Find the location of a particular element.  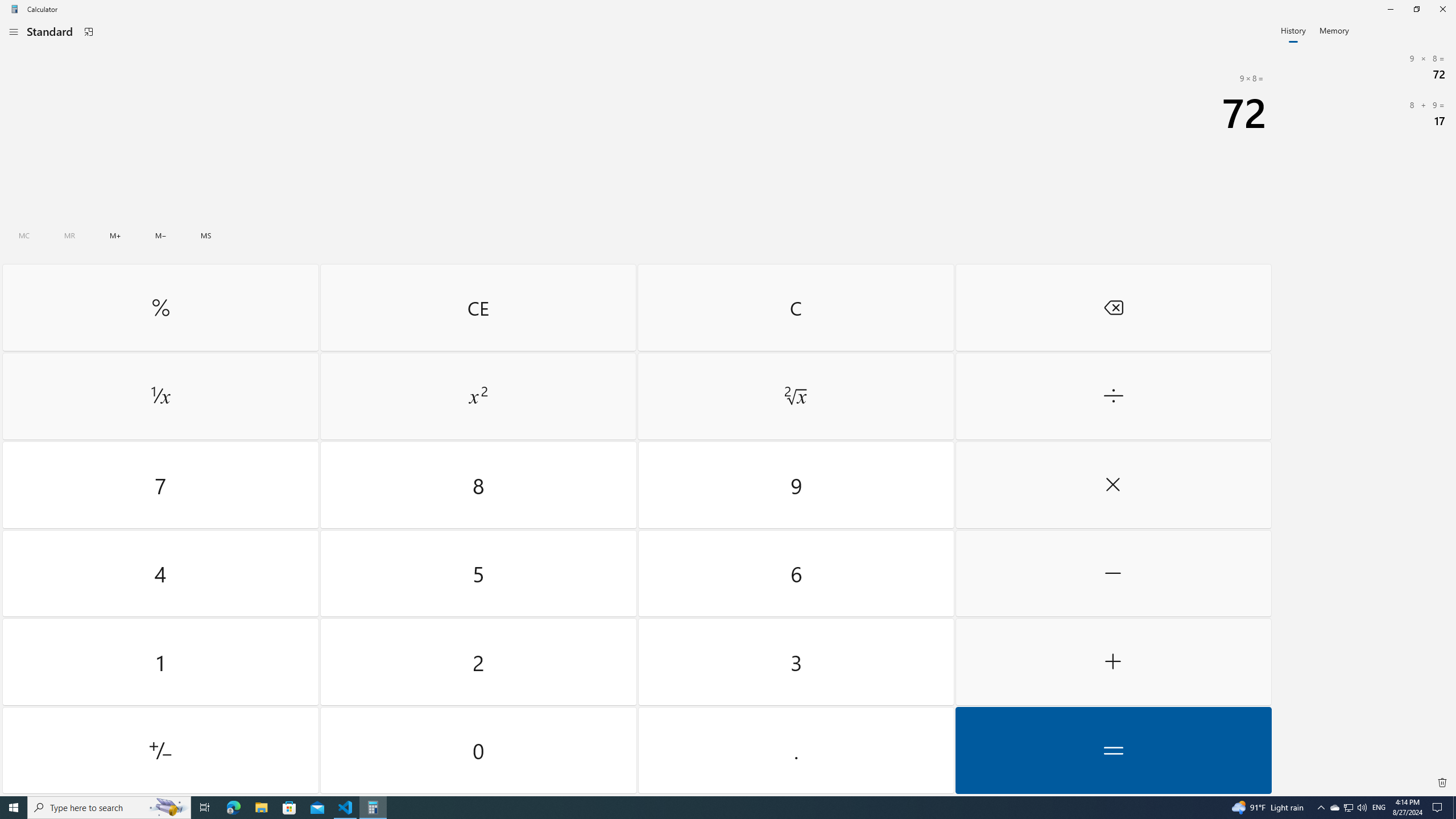

'Clear entry' is located at coordinates (477, 307).